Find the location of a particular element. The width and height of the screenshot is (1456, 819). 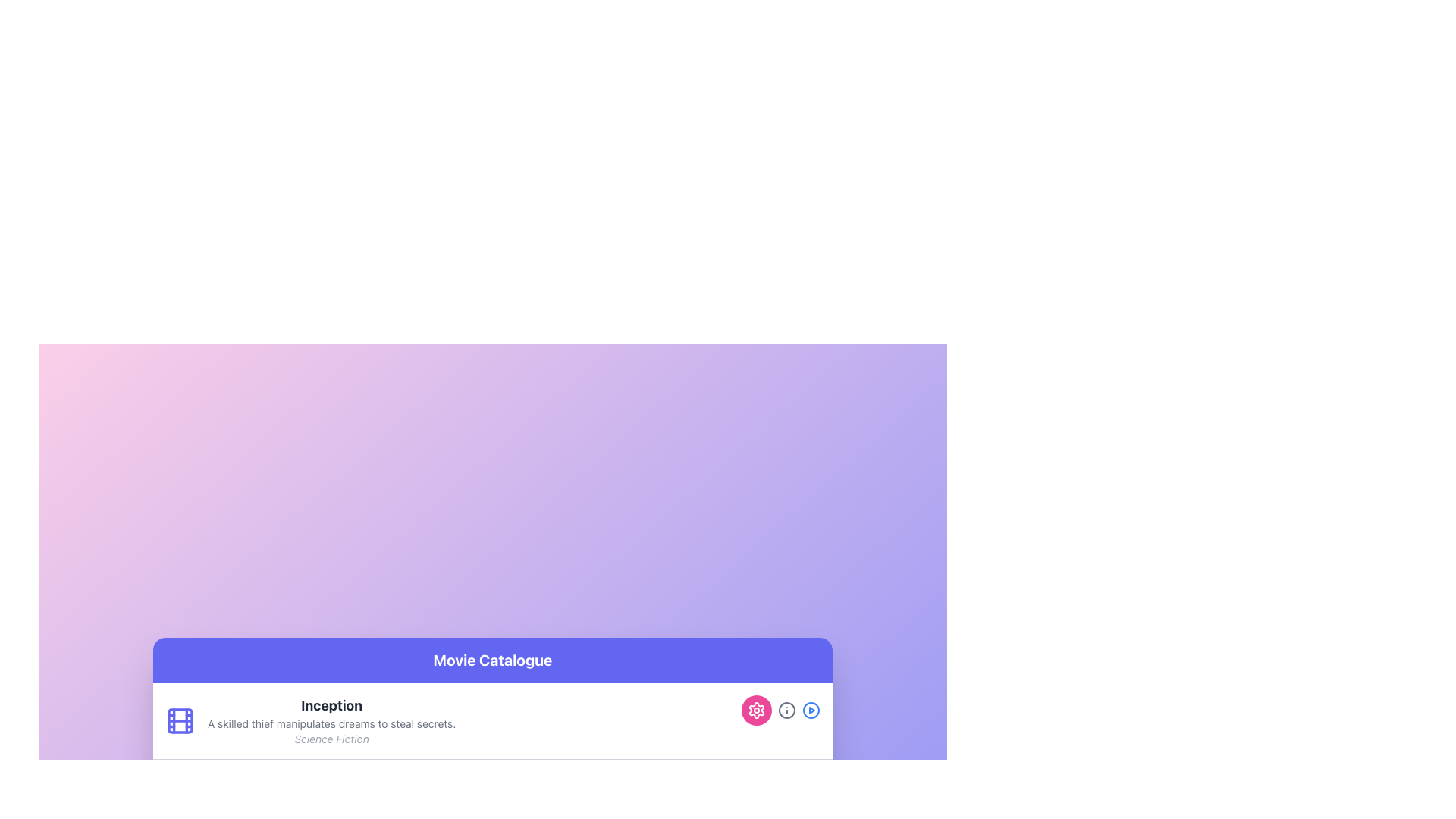

the movie icon representing 'Inception' is located at coordinates (180, 719).